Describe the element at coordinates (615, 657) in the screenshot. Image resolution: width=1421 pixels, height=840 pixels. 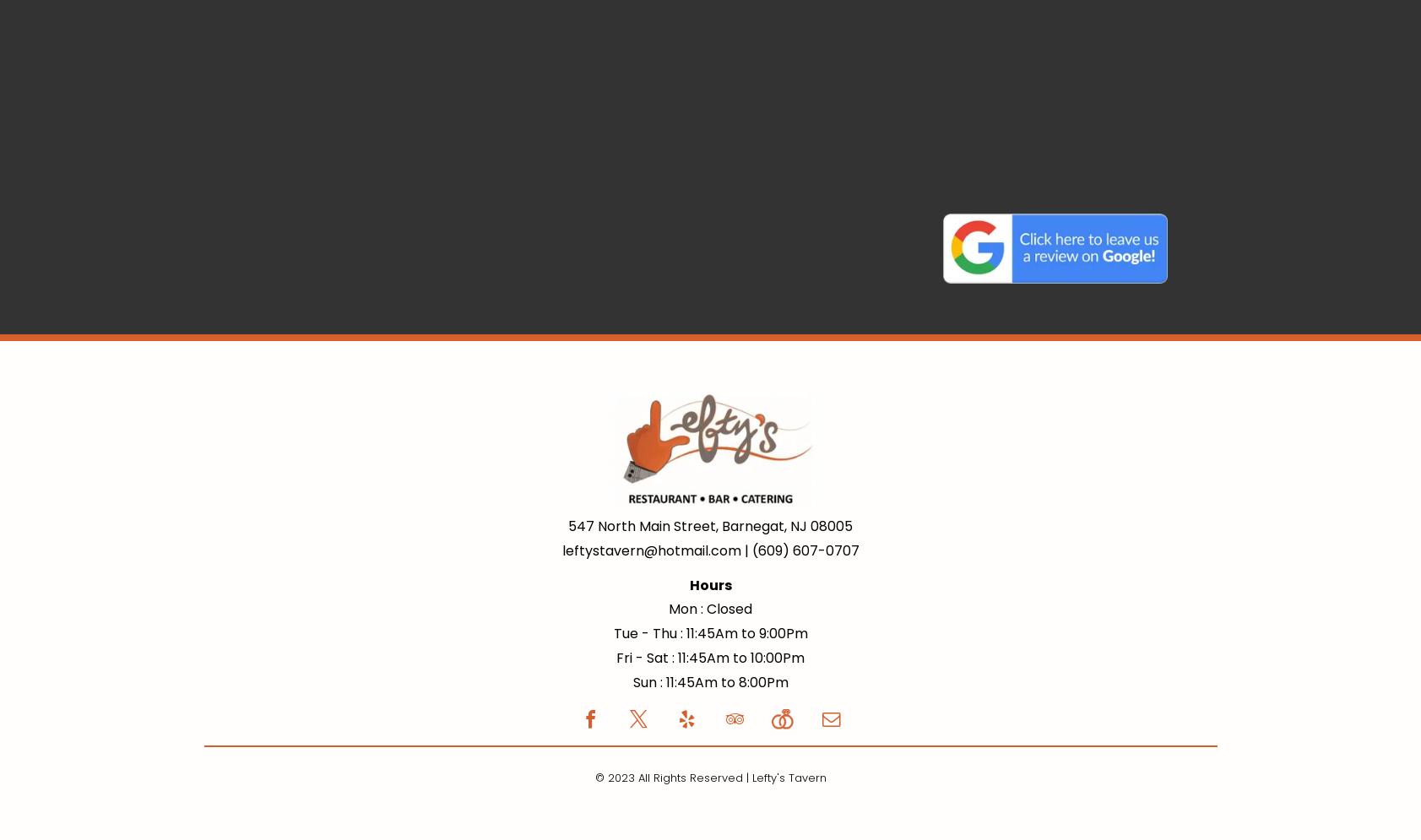
I see `'Fri - Sat : 11:45Am to 10:00Pm'` at that location.